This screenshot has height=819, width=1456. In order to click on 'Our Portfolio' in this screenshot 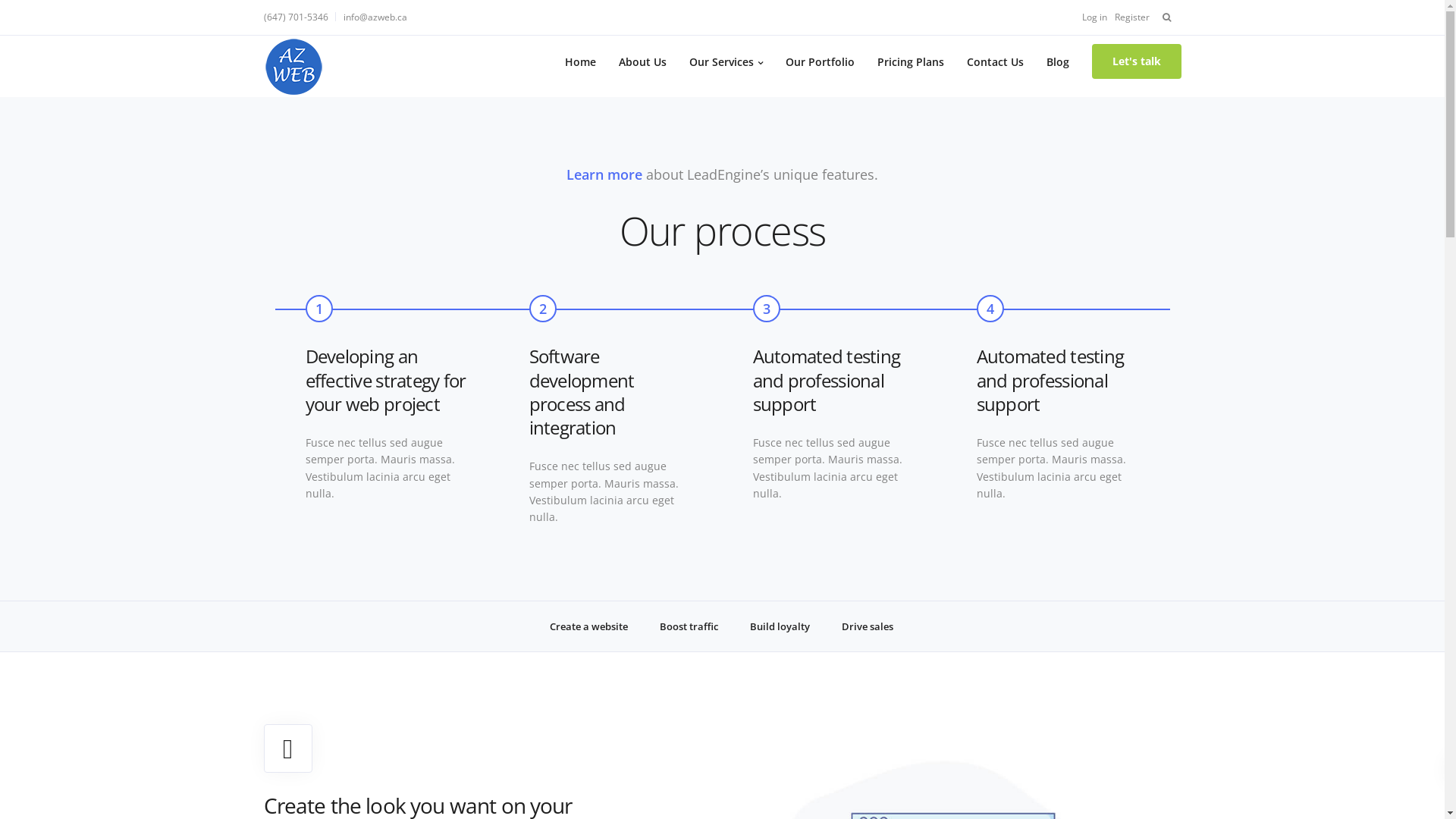, I will do `click(818, 61)`.